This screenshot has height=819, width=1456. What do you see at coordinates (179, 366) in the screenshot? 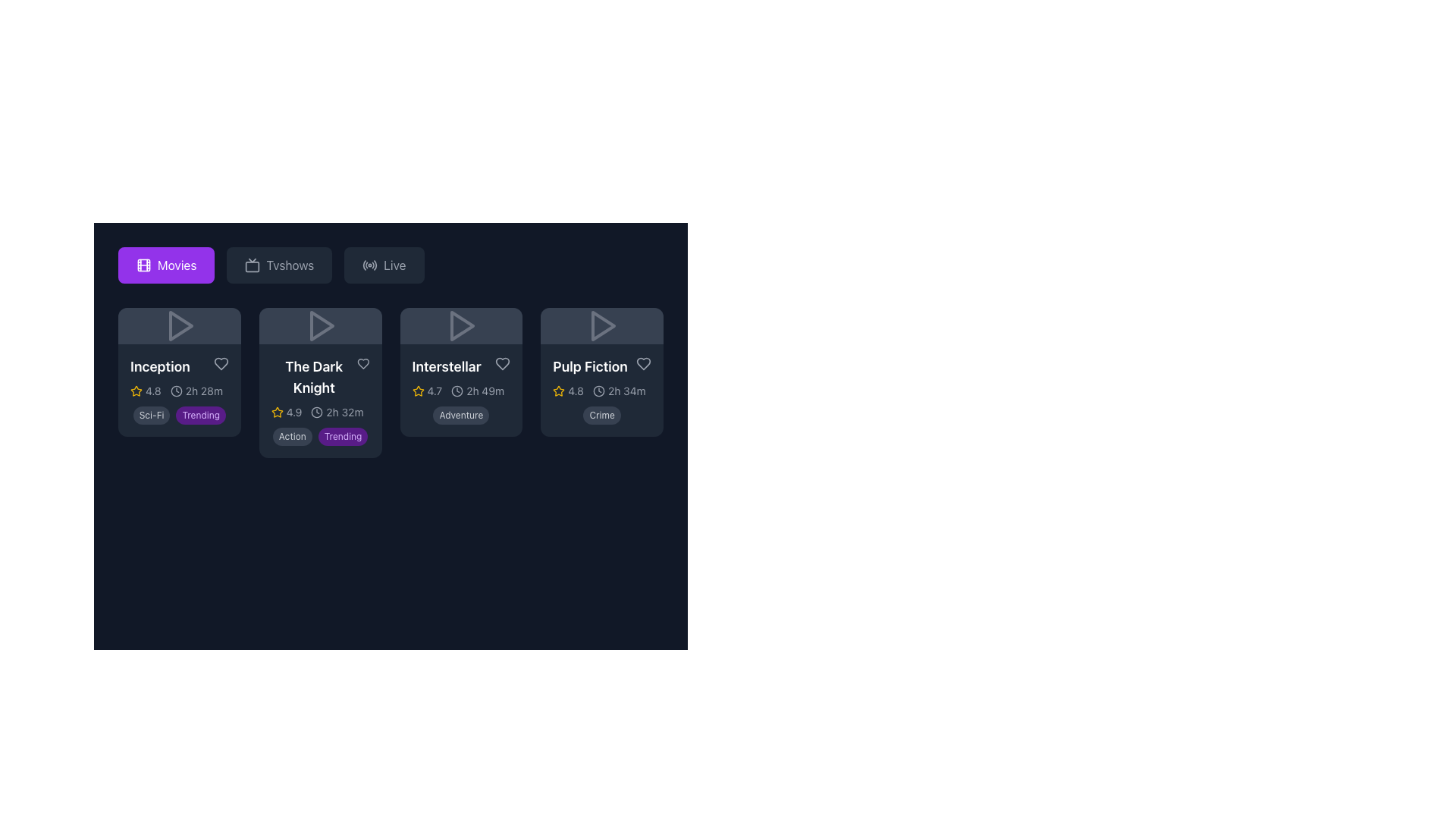
I see `title text of the media card, which is located in the top-left corner of the card area, above the rating and runtime information` at bounding box center [179, 366].